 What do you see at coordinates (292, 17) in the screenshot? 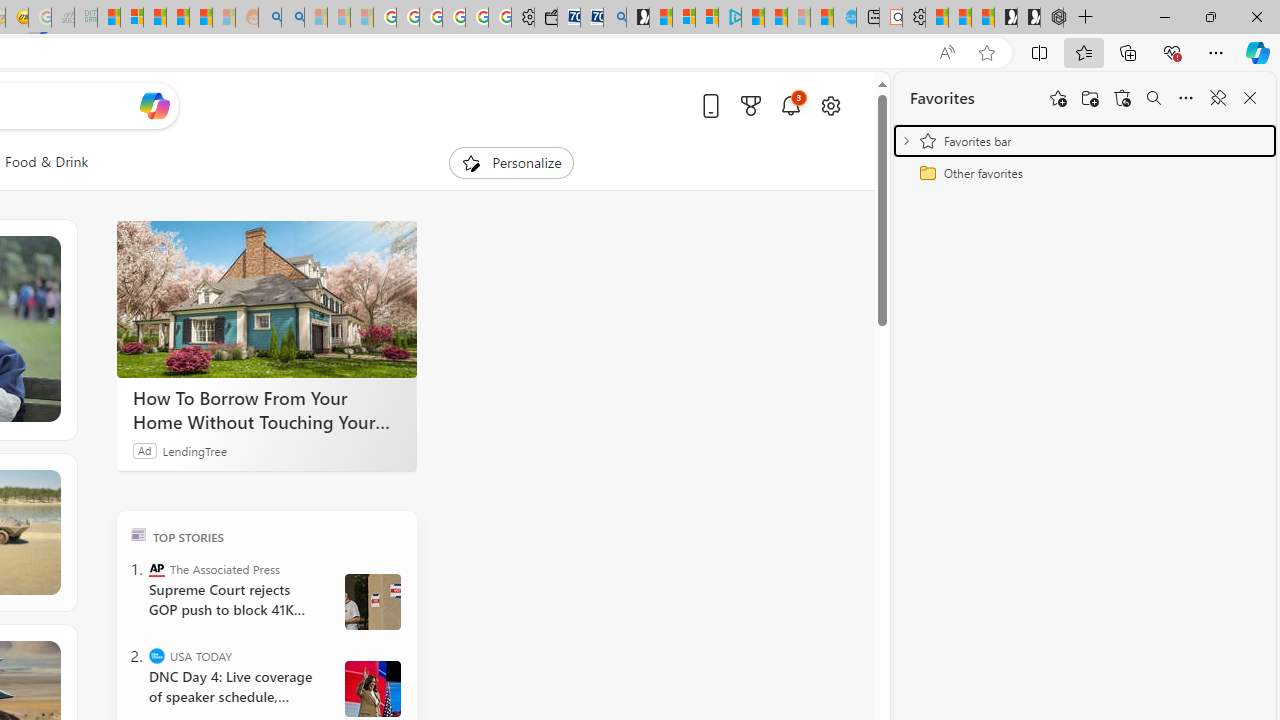
I see `'Utah sues federal government - Search'` at bounding box center [292, 17].